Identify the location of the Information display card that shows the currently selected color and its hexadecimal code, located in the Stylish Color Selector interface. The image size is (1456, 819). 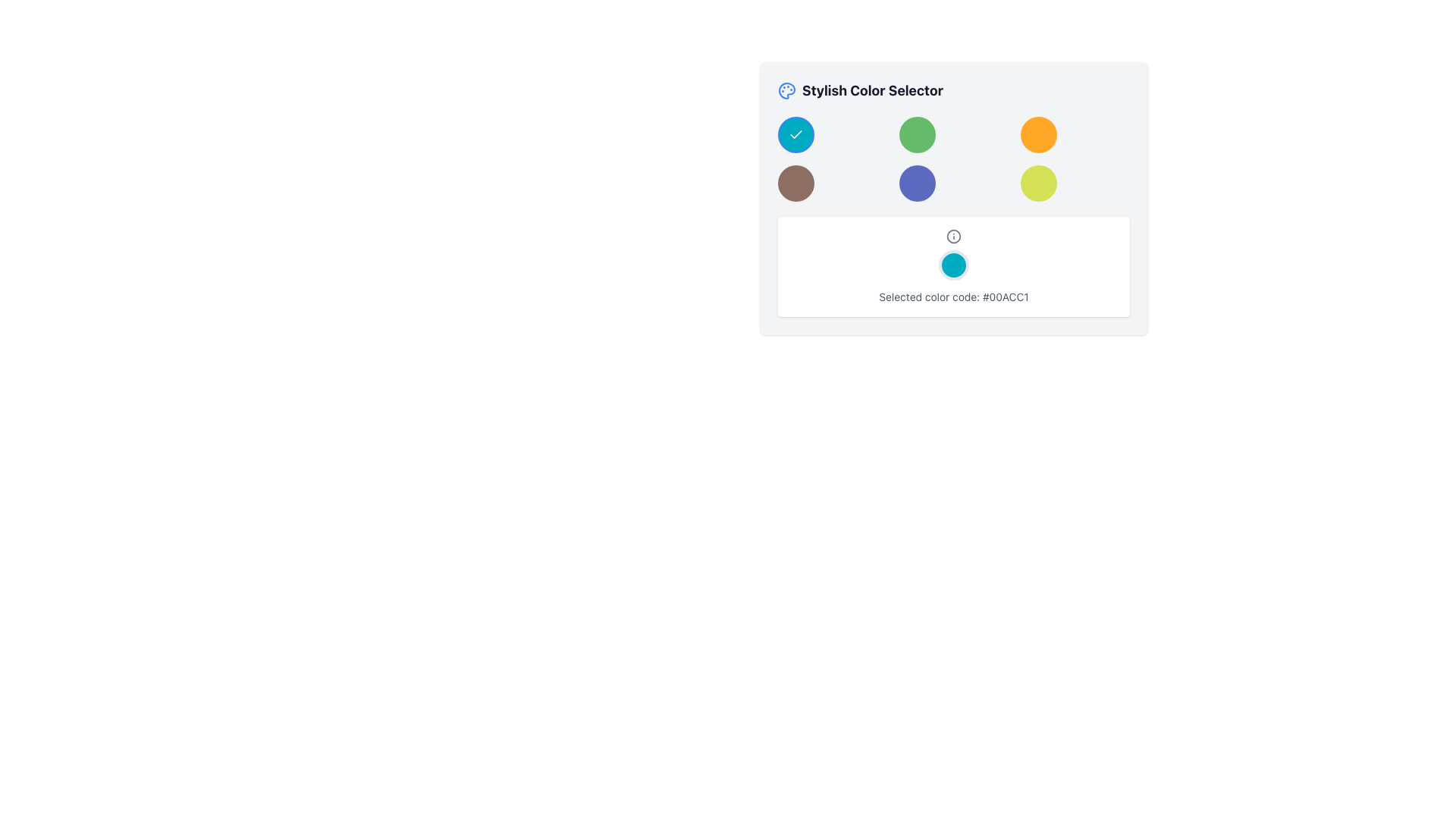
(952, 265).